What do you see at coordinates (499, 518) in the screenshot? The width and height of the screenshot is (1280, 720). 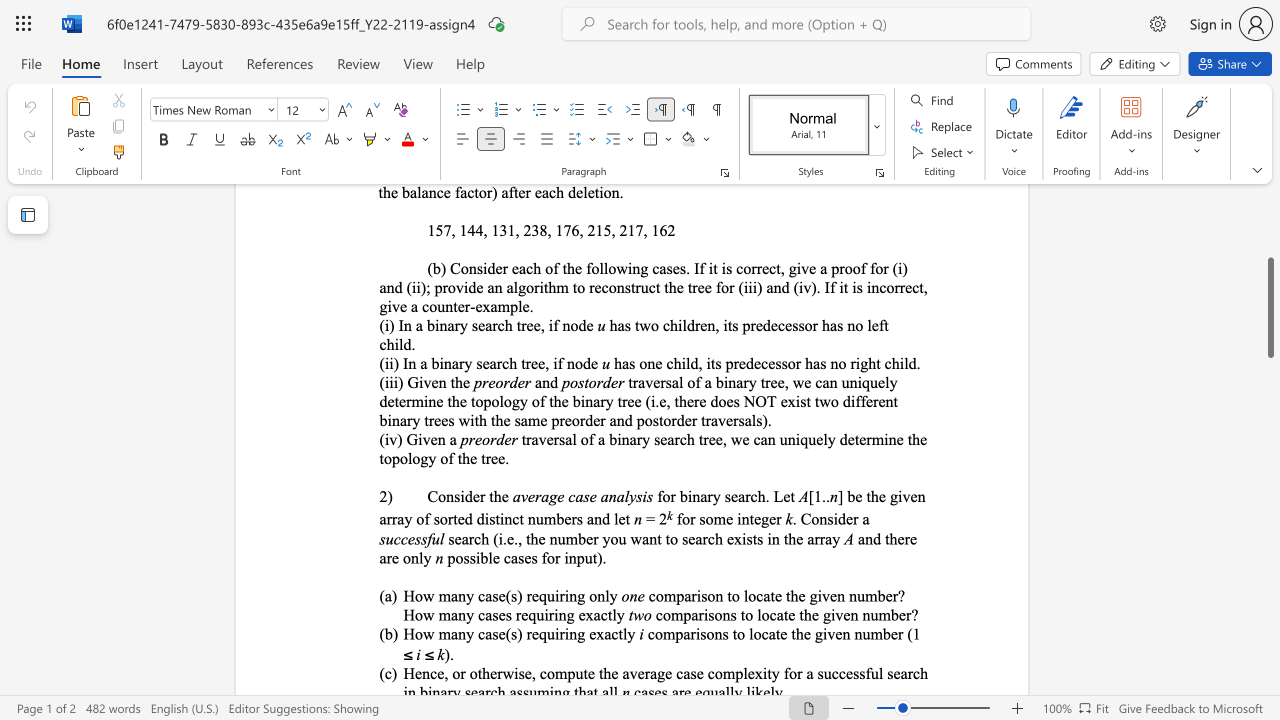 I see `the subset text "inct numbers a" within the text "] be the given array of sorted distinct numbers and let"` at bounding box center [499, 518].